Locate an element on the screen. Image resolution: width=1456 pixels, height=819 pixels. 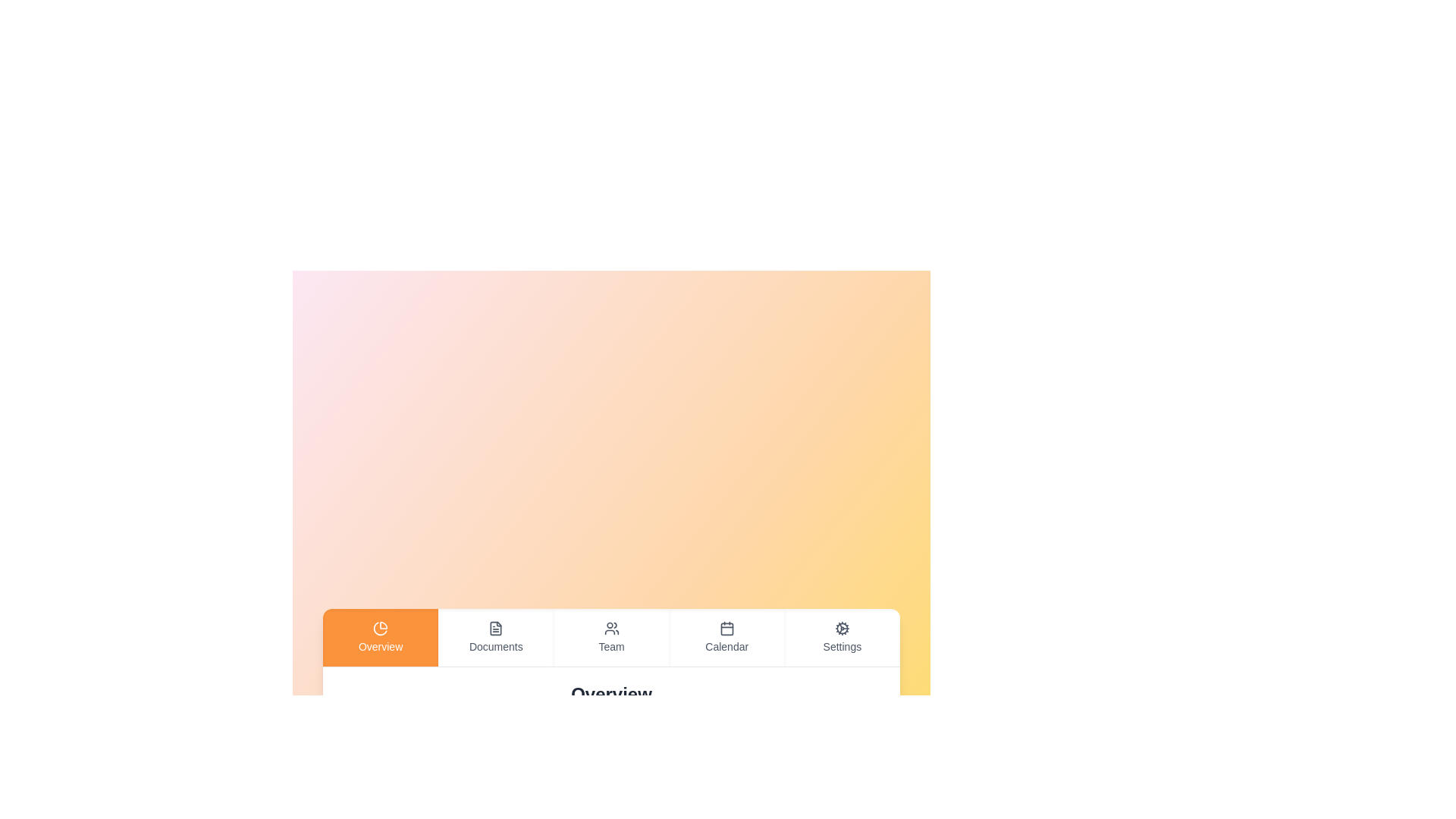
the 'Documents' icon in the bottom navigation bar is located at coordinates (496, 628).